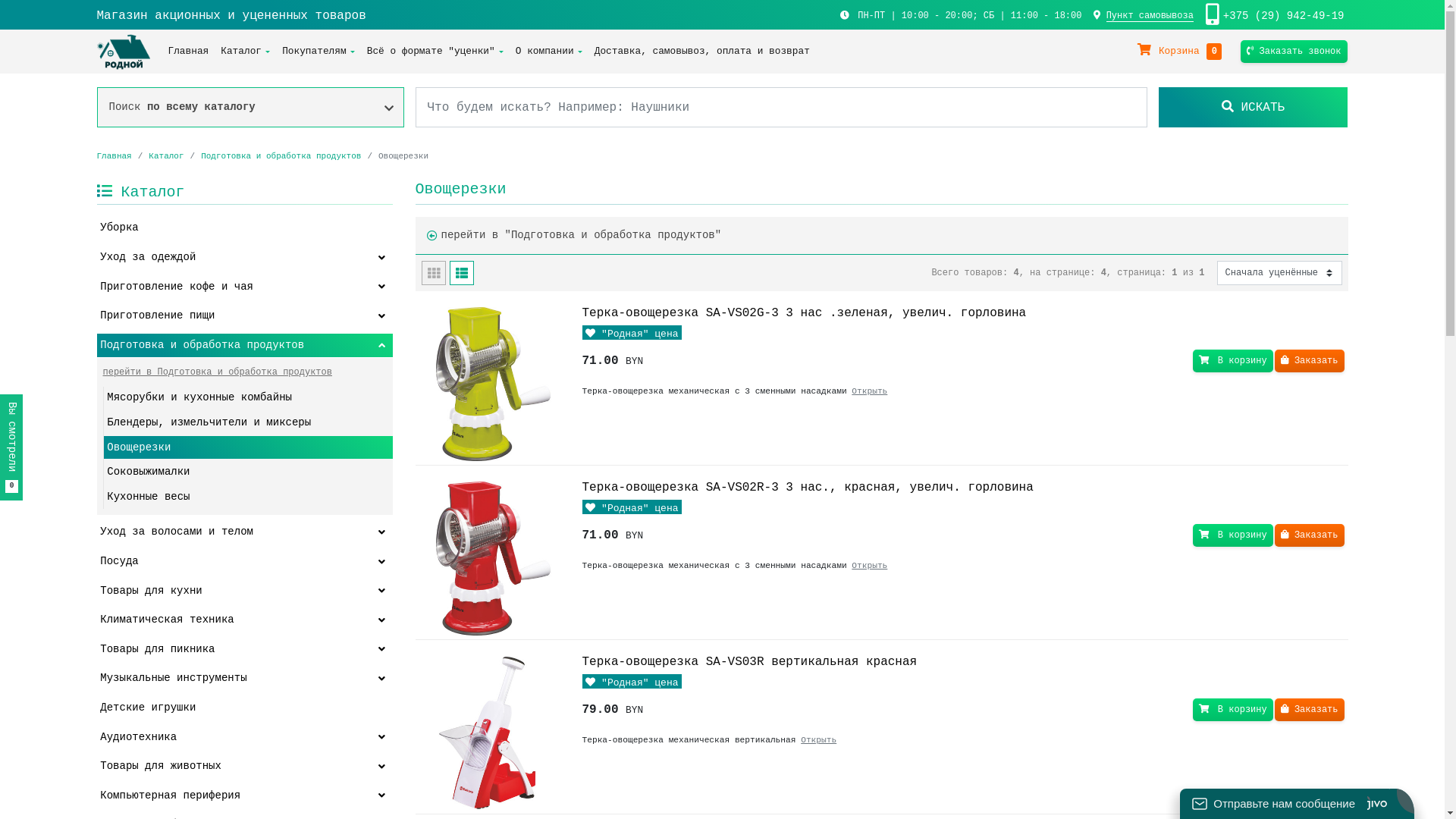 The height and width of the screenshot is (819, 1456). I want to click on 'Rodnoy.by', so click(124, 51).